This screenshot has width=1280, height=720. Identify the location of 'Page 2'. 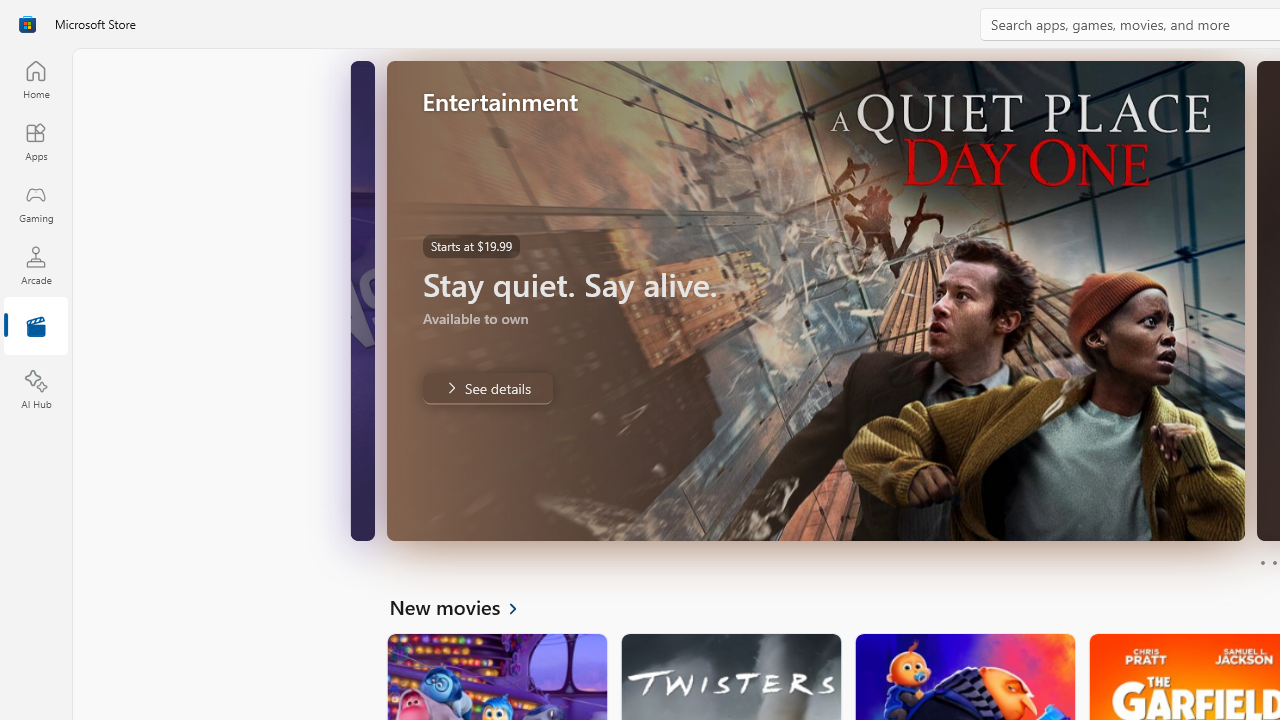
(1273, 563).